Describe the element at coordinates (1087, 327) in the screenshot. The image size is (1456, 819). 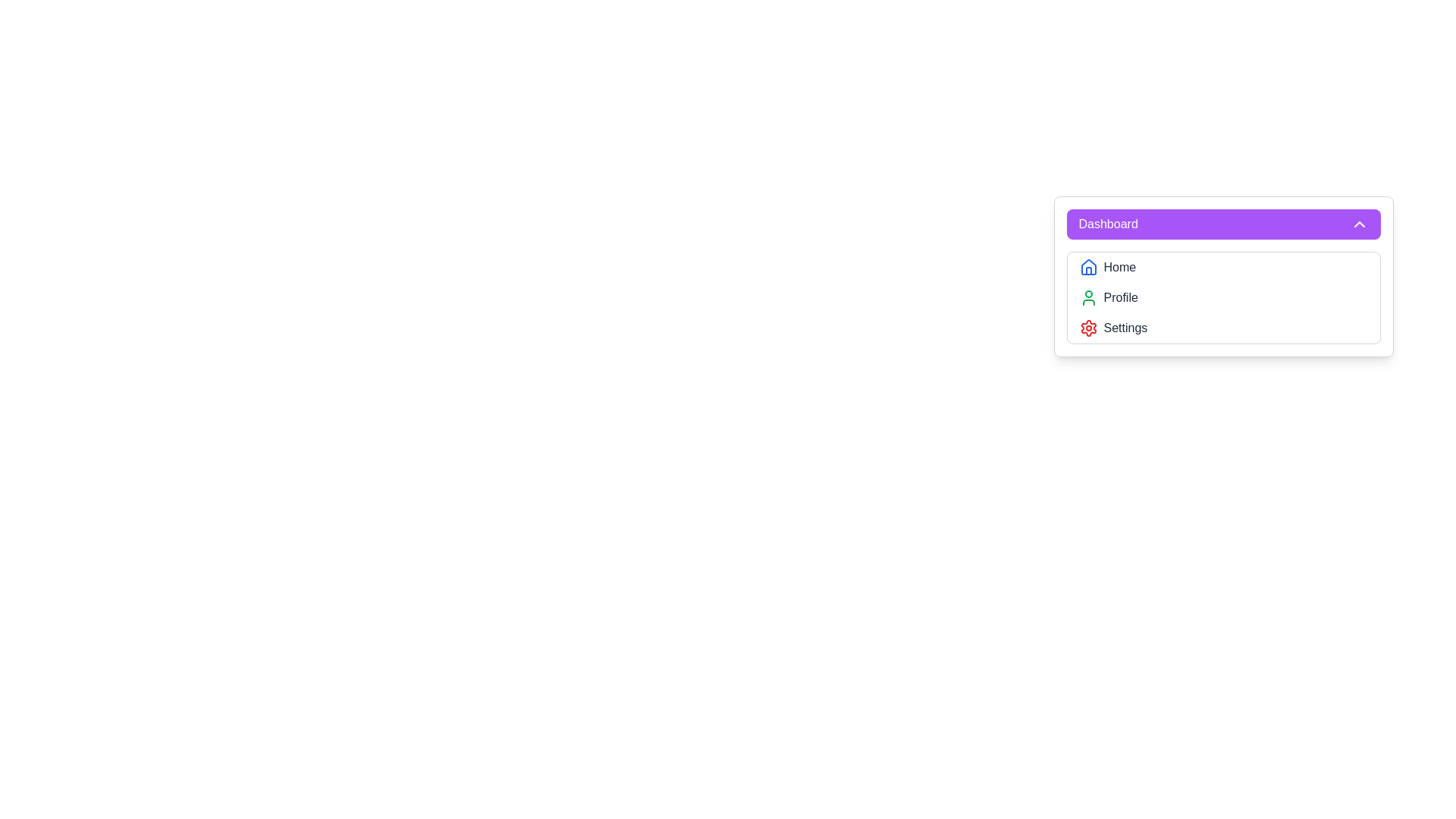
I see `the red cogwheel-shaped icon in the settings dropdown menu` at that location.